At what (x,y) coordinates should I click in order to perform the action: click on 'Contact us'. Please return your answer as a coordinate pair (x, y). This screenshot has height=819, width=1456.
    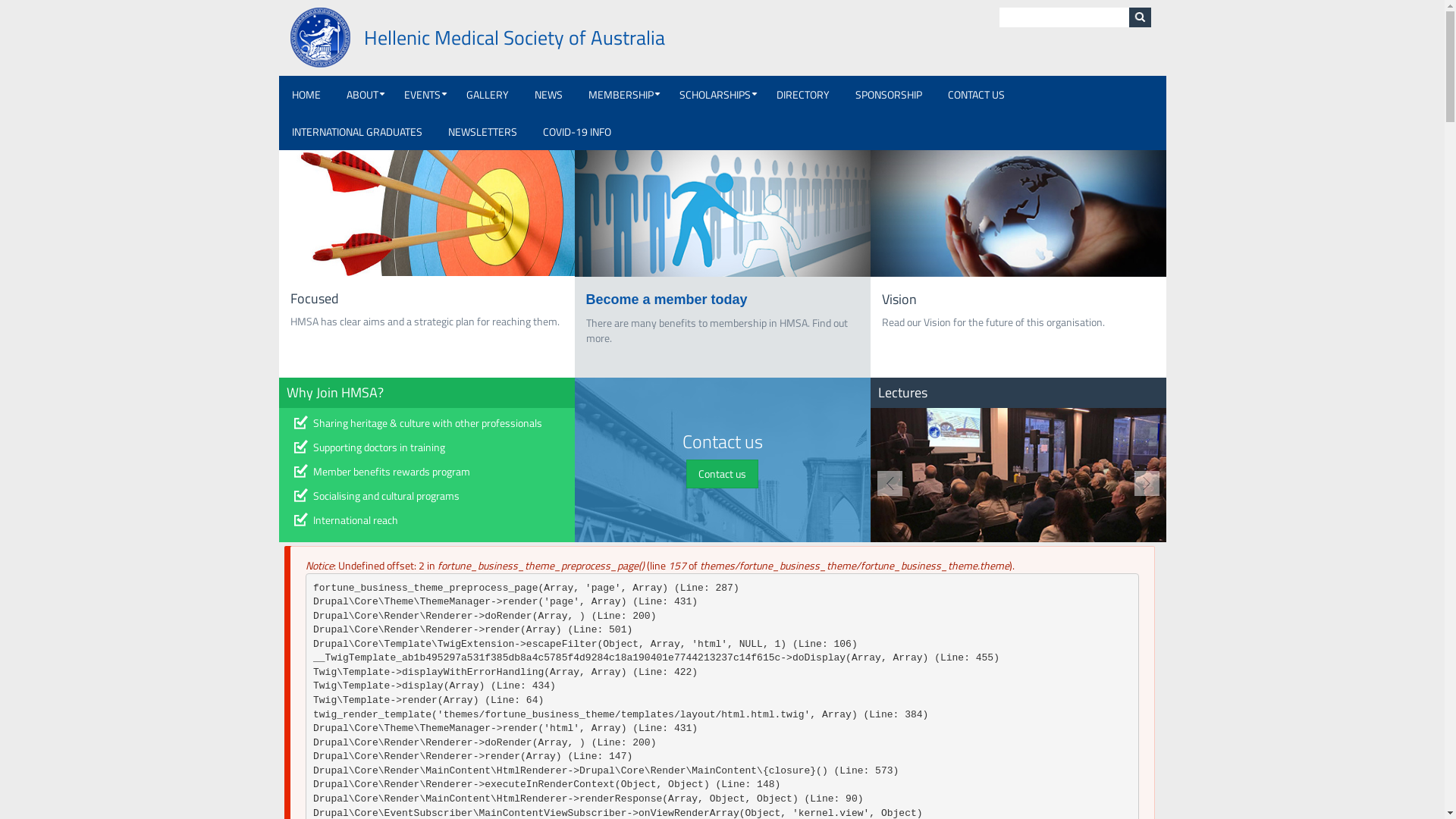
    Looking at the image, I should click on (721, 472).